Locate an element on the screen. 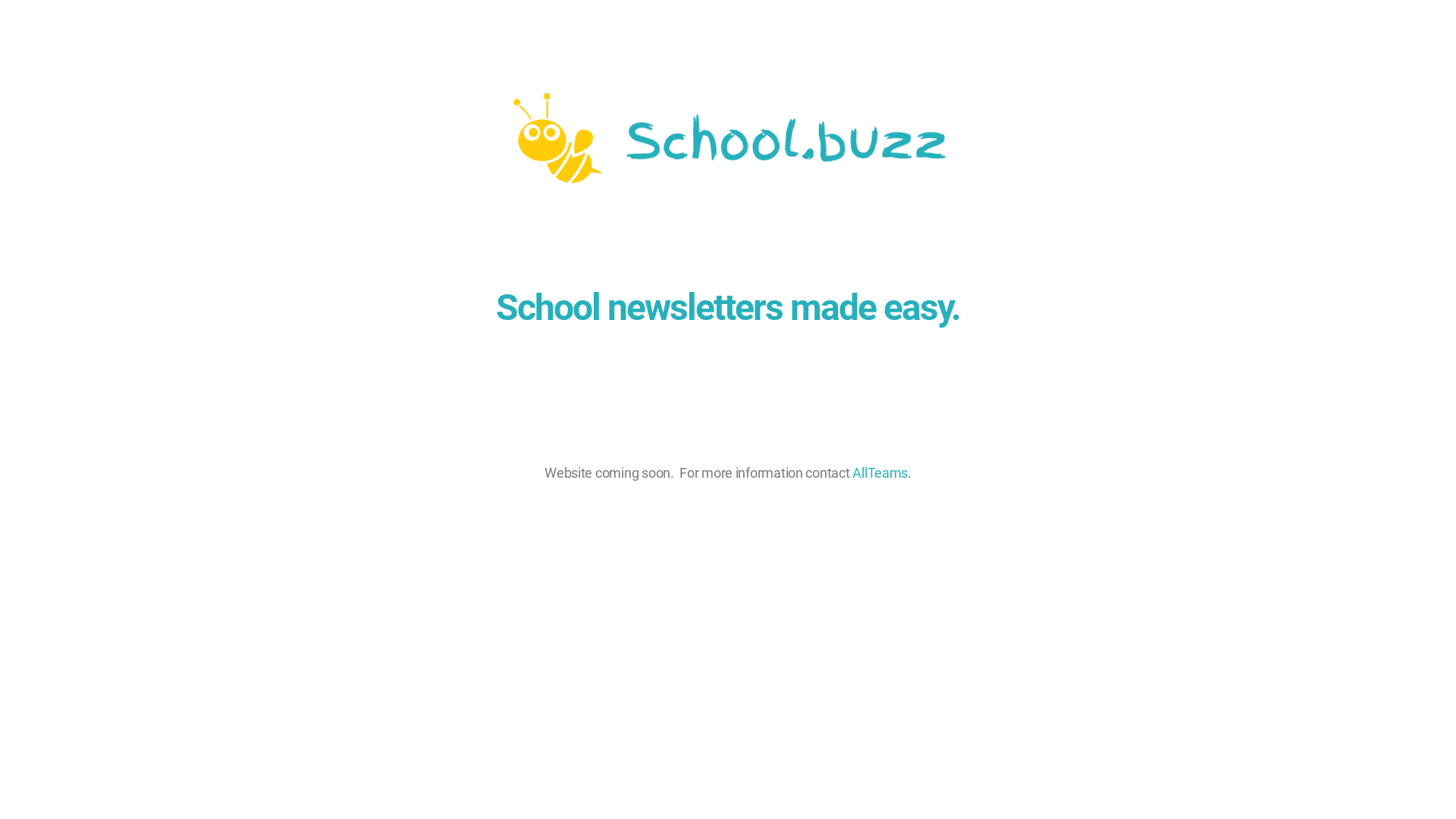 Image resolution: width=1456 pixels, height=819 pixels. 'AllTeams' is located at coordinates (852, 472).